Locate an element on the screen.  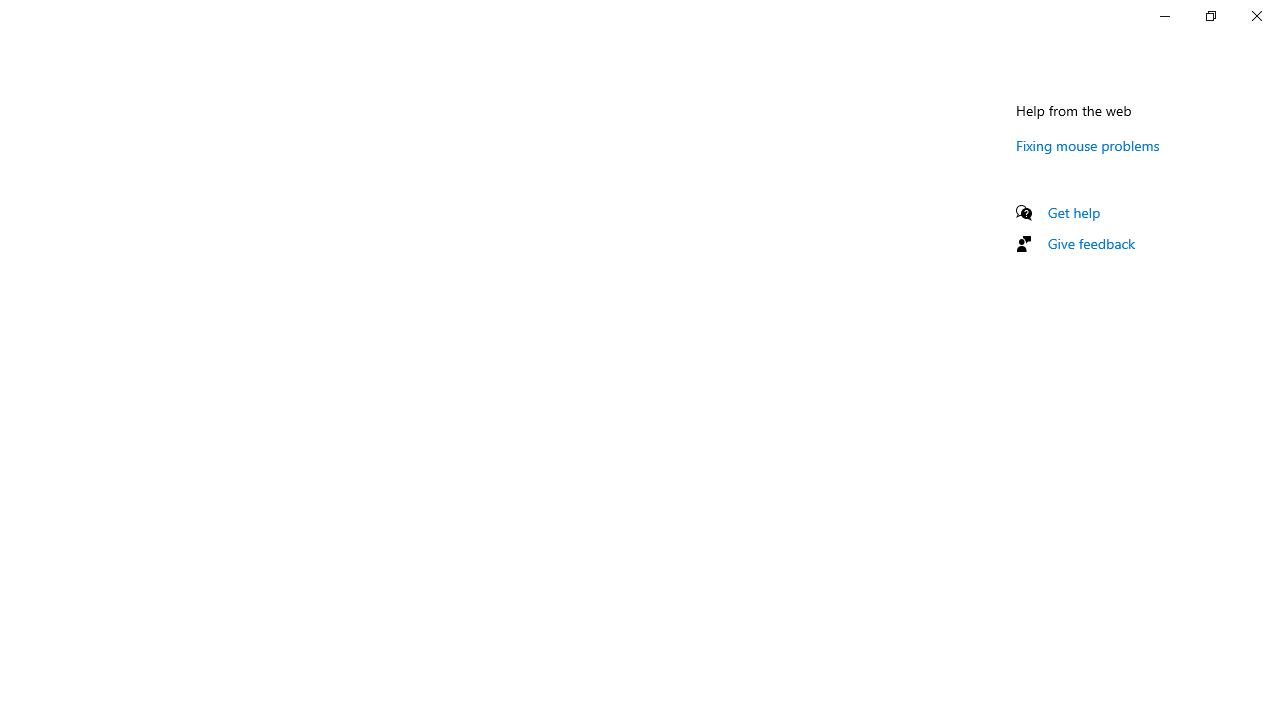
'Close Settings' is located at coordinates (1255, 15).